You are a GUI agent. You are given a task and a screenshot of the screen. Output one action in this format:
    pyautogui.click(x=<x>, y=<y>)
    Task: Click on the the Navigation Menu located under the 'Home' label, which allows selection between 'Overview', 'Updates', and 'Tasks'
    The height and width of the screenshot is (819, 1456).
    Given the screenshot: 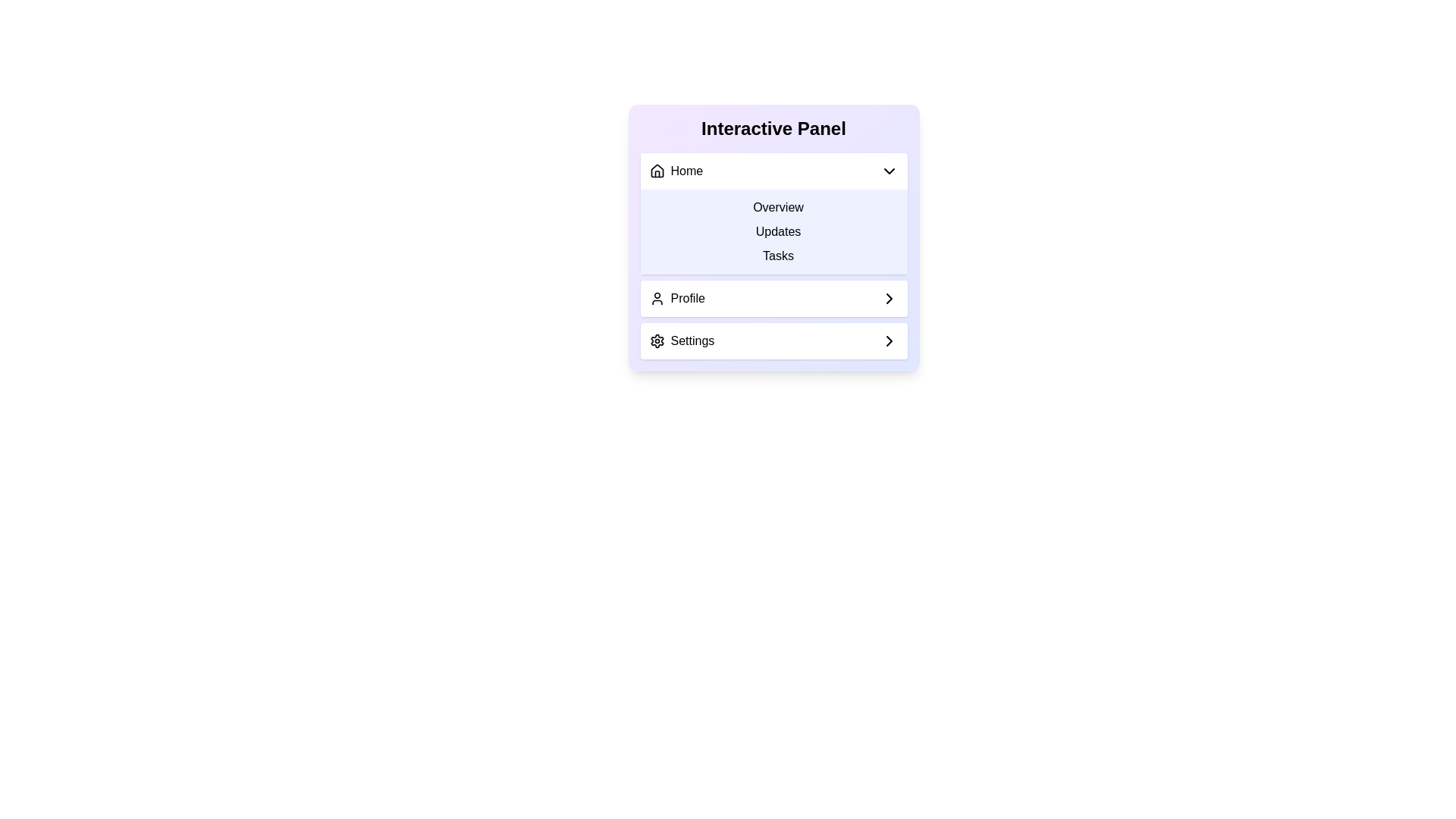 What is the action you would take?
    pyautogui.click(x=773, y=231)
    